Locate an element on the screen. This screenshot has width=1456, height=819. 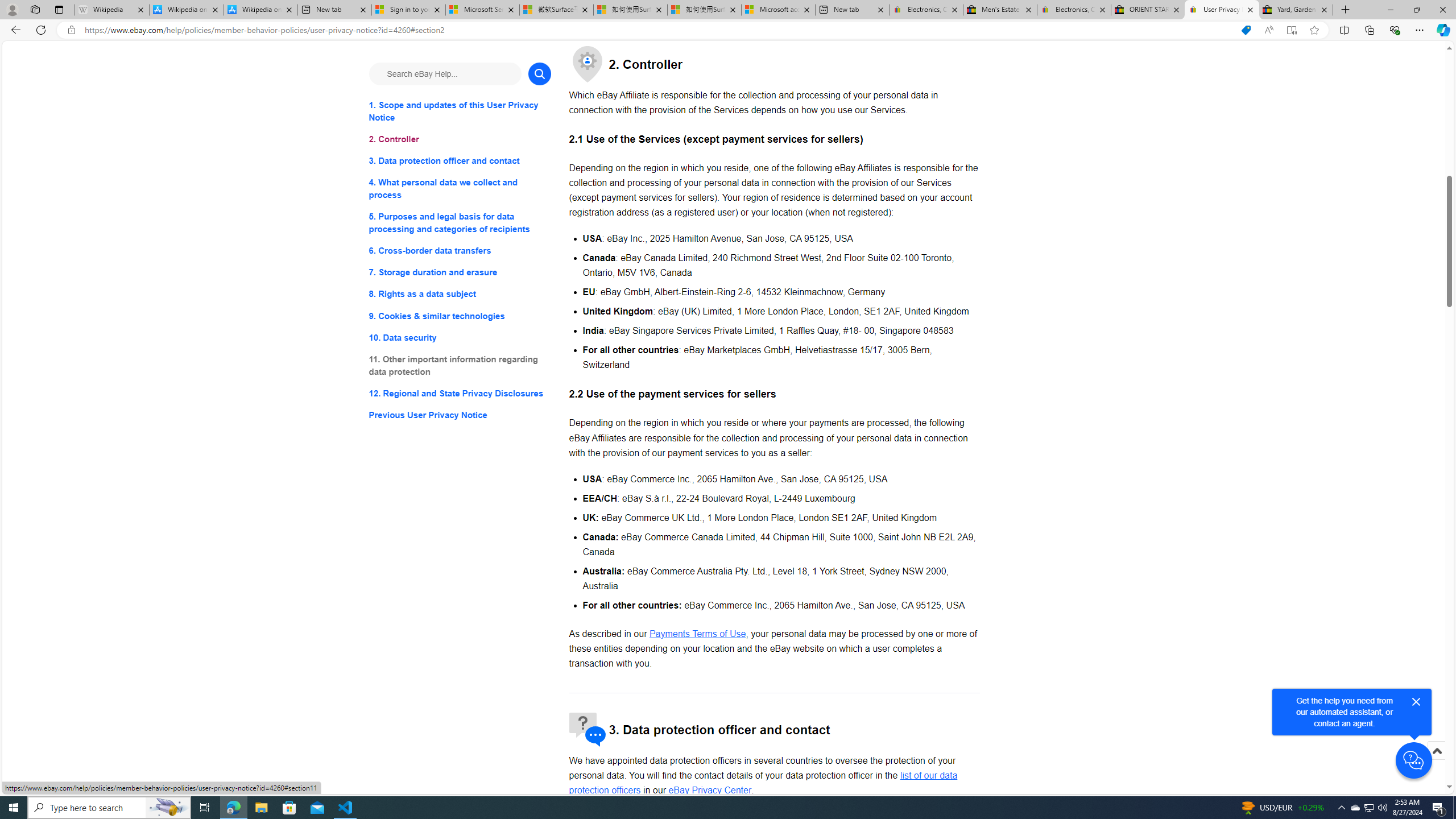
'eBay Privacy Center - opens in new window or tab' is located at coordinates (709, 791).